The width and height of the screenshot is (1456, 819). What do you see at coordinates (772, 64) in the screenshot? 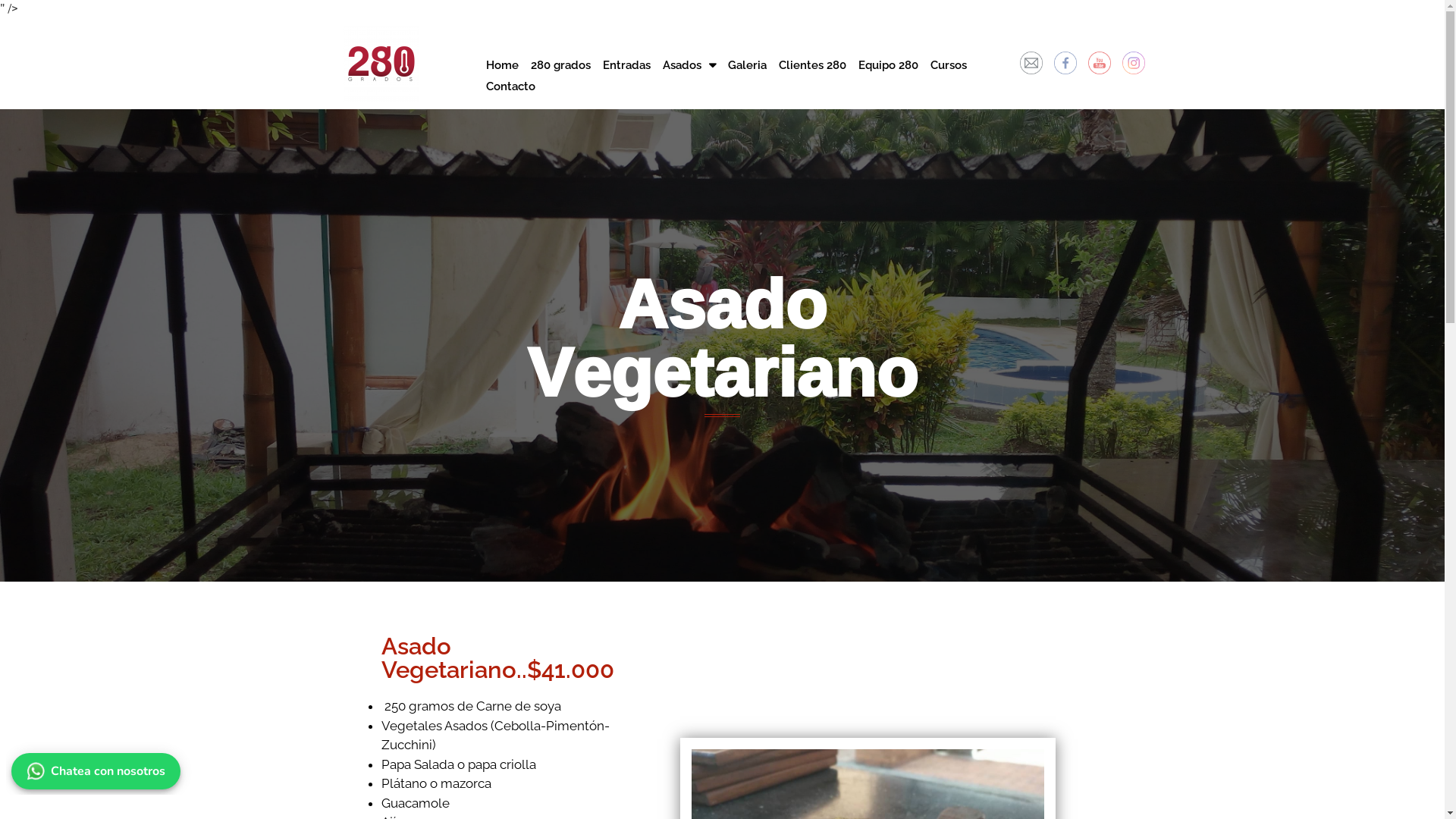
I see `'Clientes 280'` at bounding box center [772, 64].